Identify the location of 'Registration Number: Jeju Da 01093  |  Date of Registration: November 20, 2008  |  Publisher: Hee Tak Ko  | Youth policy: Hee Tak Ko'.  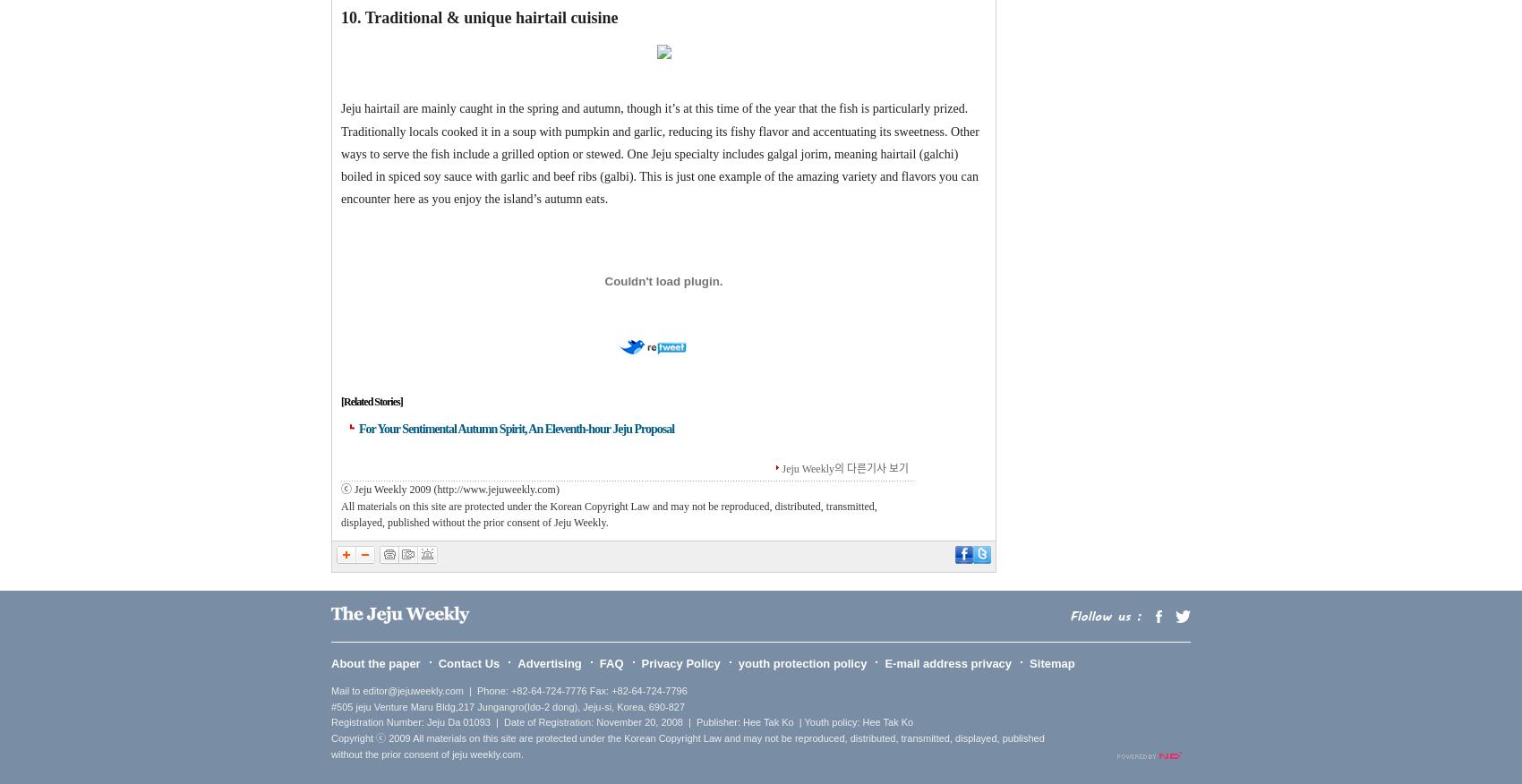
(621, 720).